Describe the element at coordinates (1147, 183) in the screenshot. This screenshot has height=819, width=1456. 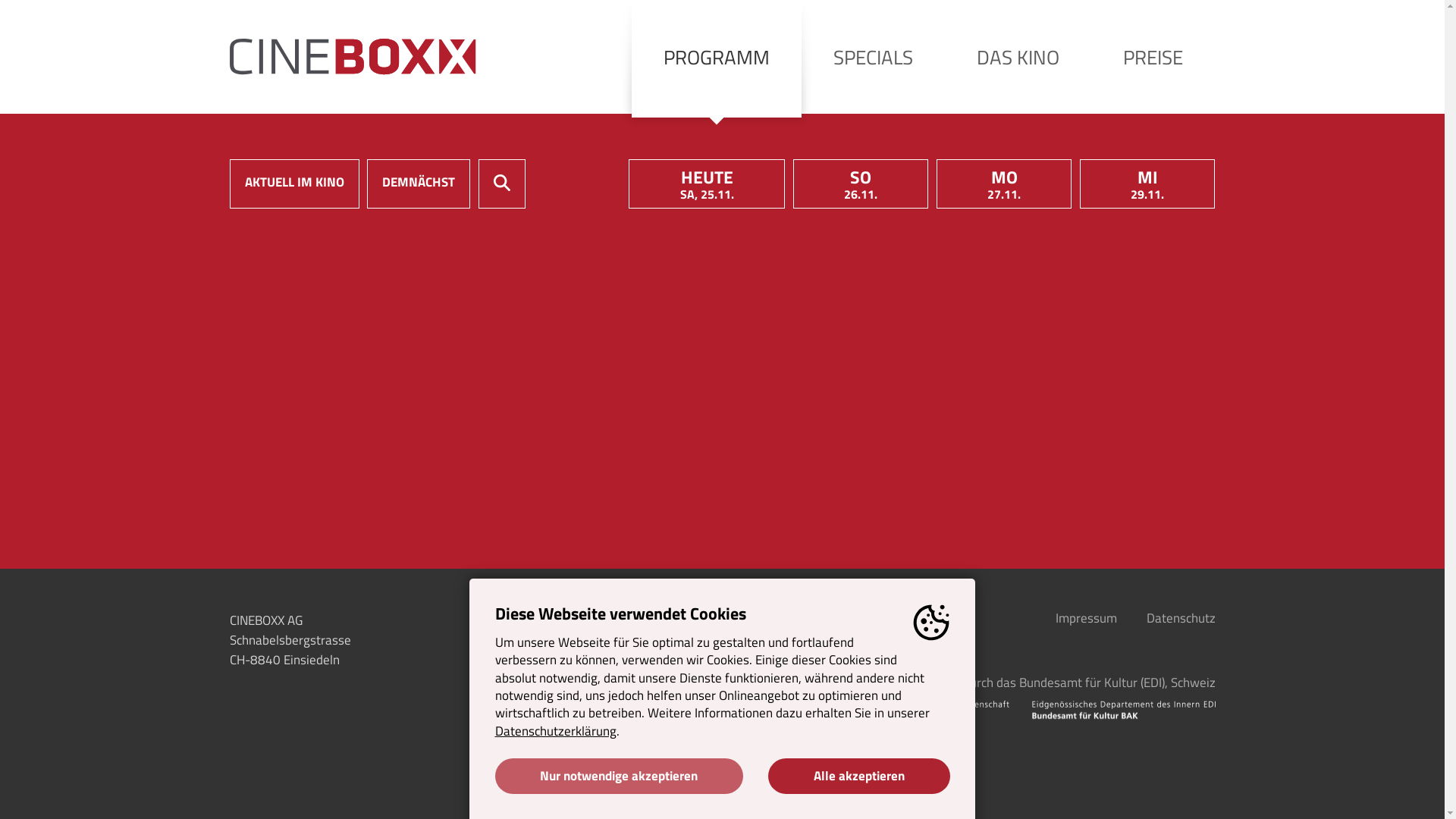
I see `'MI` at that location.